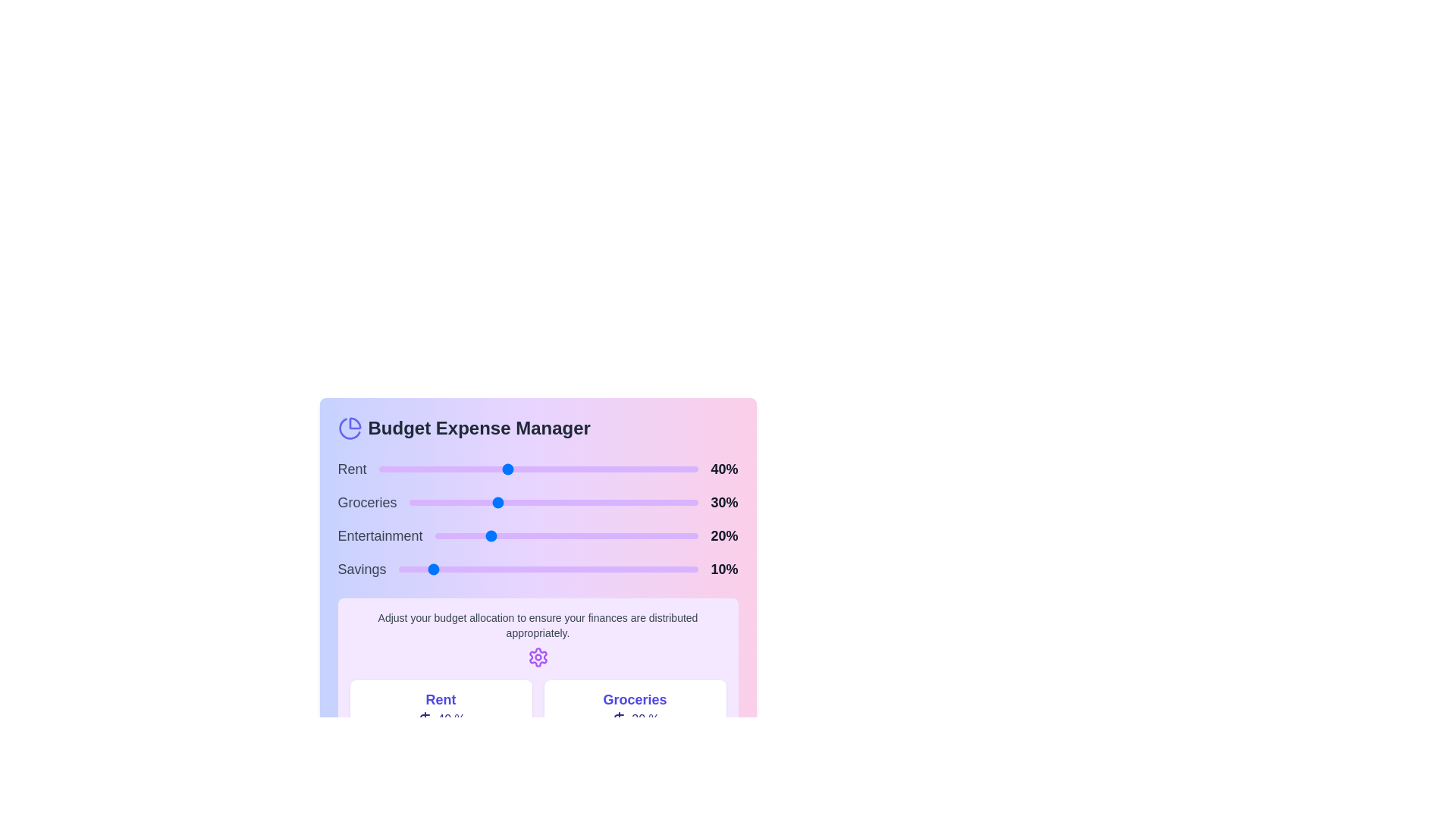  What do you see at coordinates (538, 709) in the screenshot?
I see `the summary section to view detailed allocation breakdowns` at bounding box center [538, 709].